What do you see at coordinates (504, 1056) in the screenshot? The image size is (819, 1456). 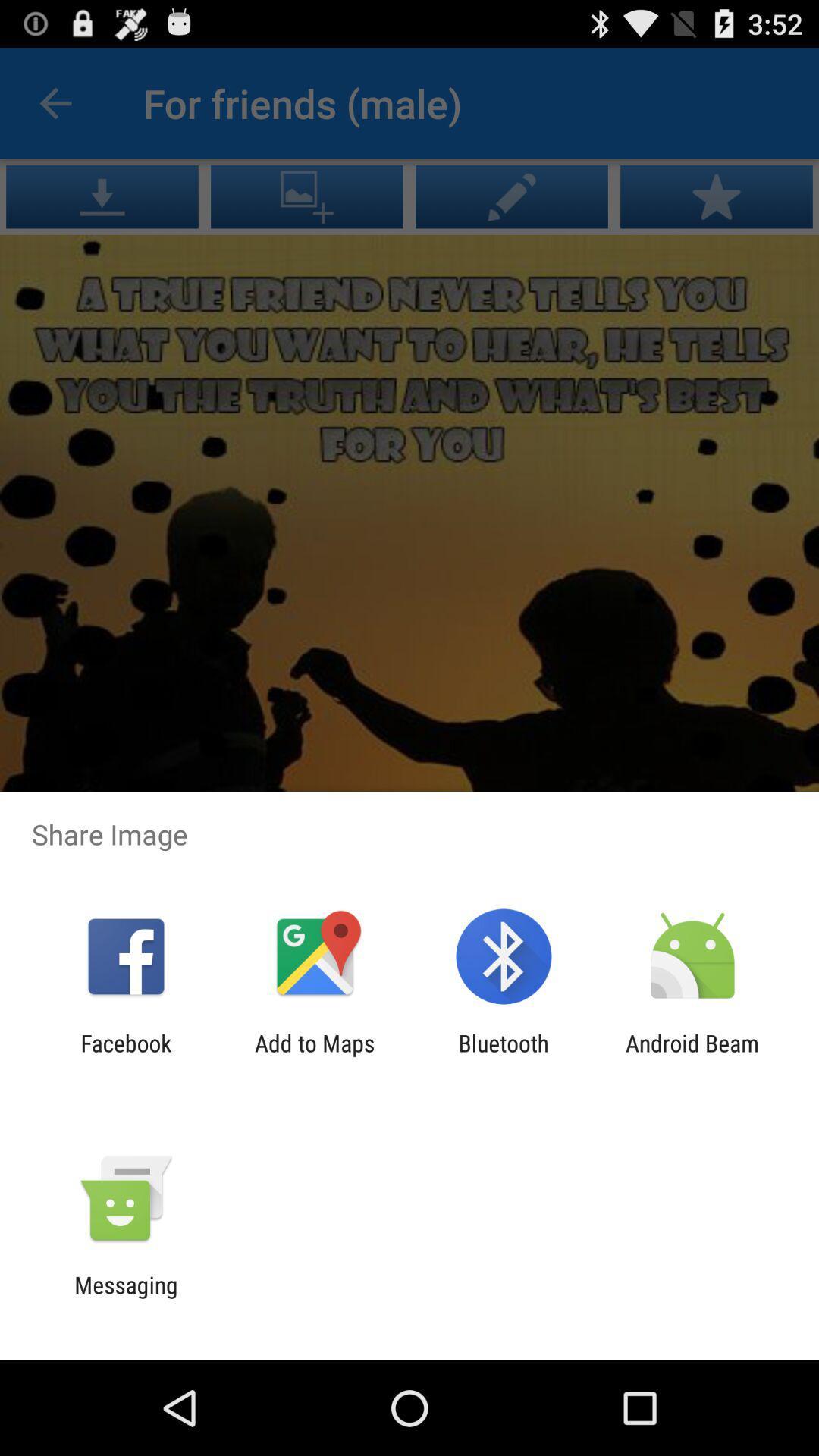 I see `the app next to the add to maps item` at bounding box center [504, 1056].